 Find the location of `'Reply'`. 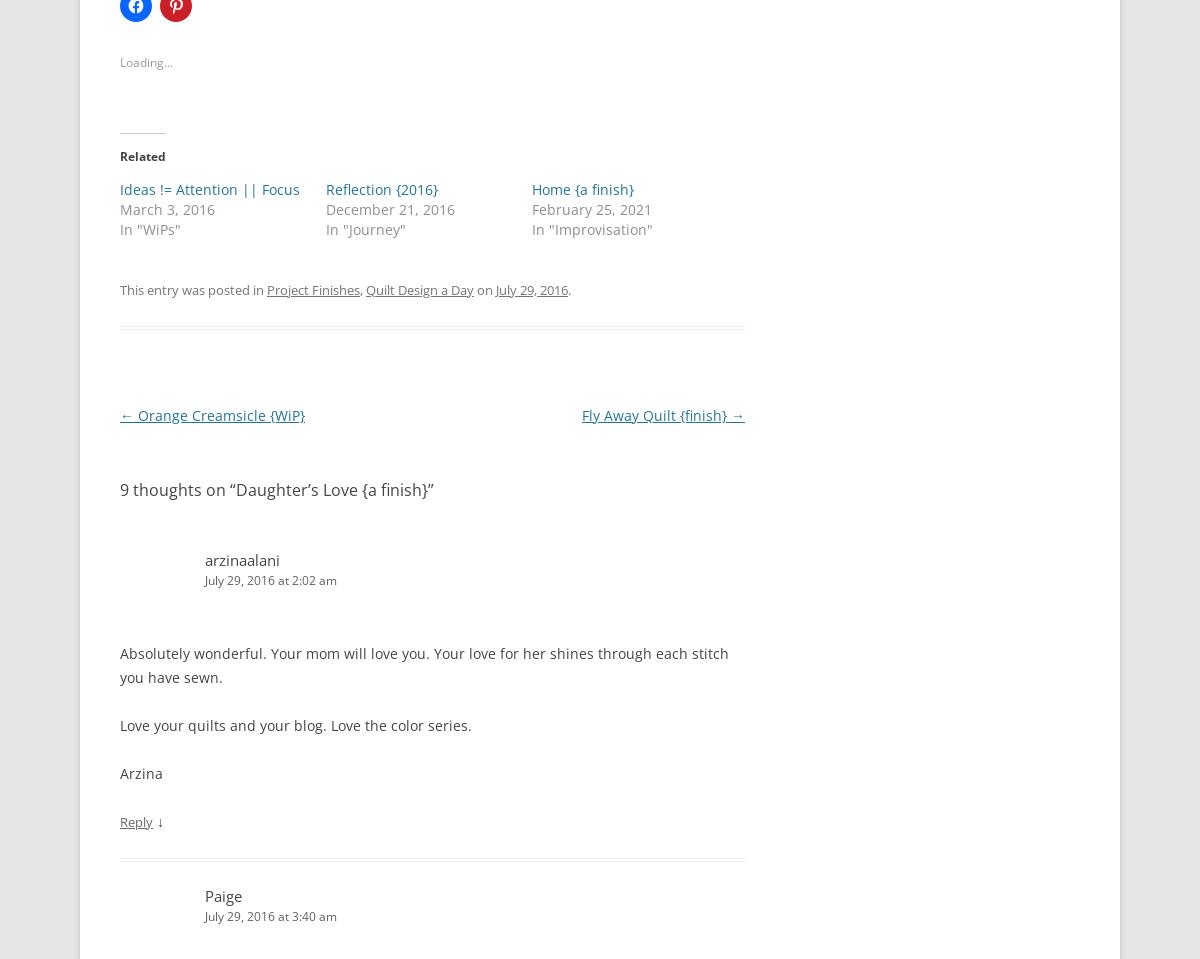

'Reply' is located at coordinates (136, 820).